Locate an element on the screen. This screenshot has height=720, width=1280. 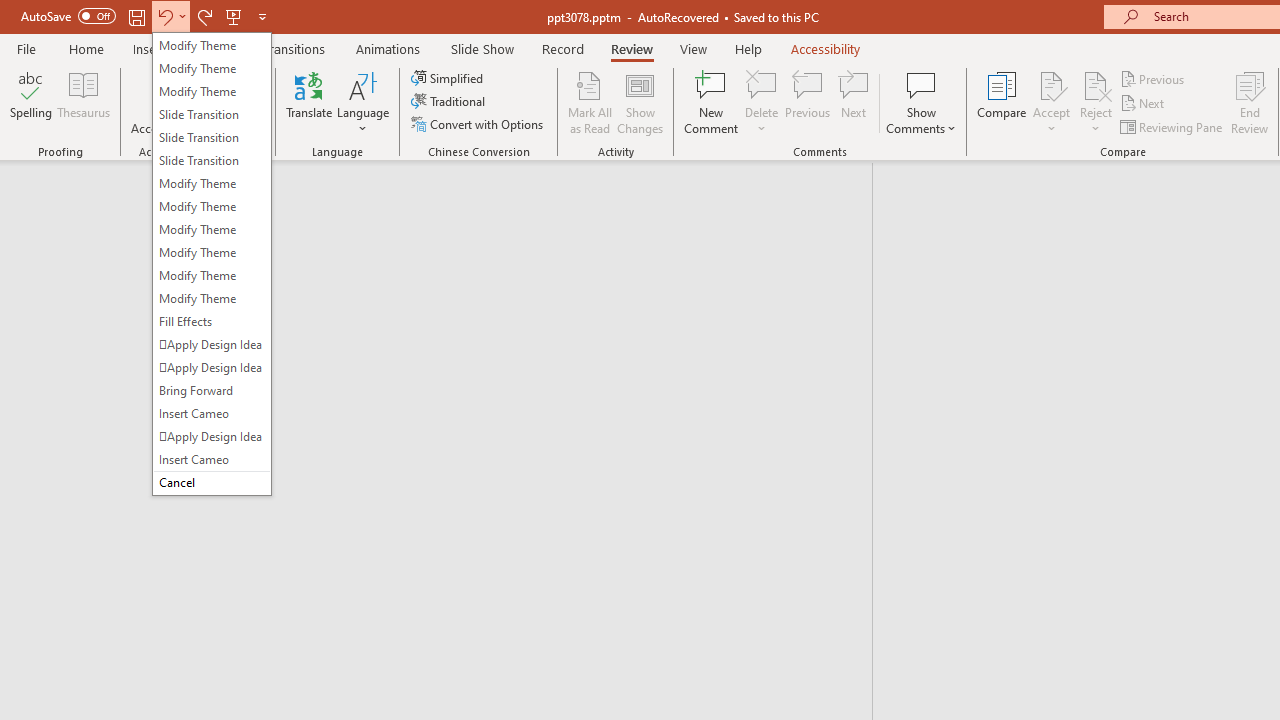
'Accept Change' is located at coordinates (1050, 84).